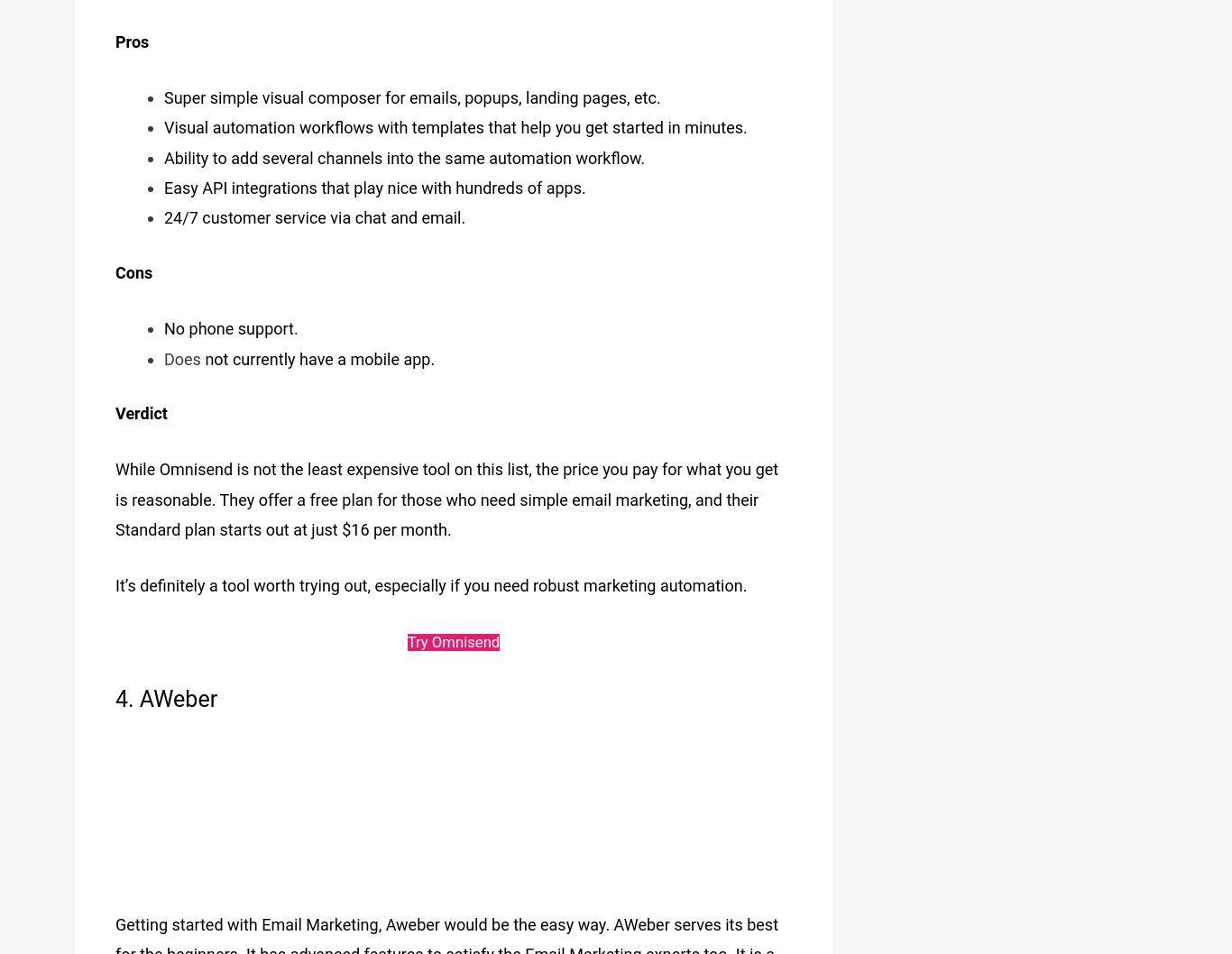  Describe the element at coordinates (455, 120) in the screenshot. I see `'Visual automation workflows with templates that help you get started in minutes.'` at that location.